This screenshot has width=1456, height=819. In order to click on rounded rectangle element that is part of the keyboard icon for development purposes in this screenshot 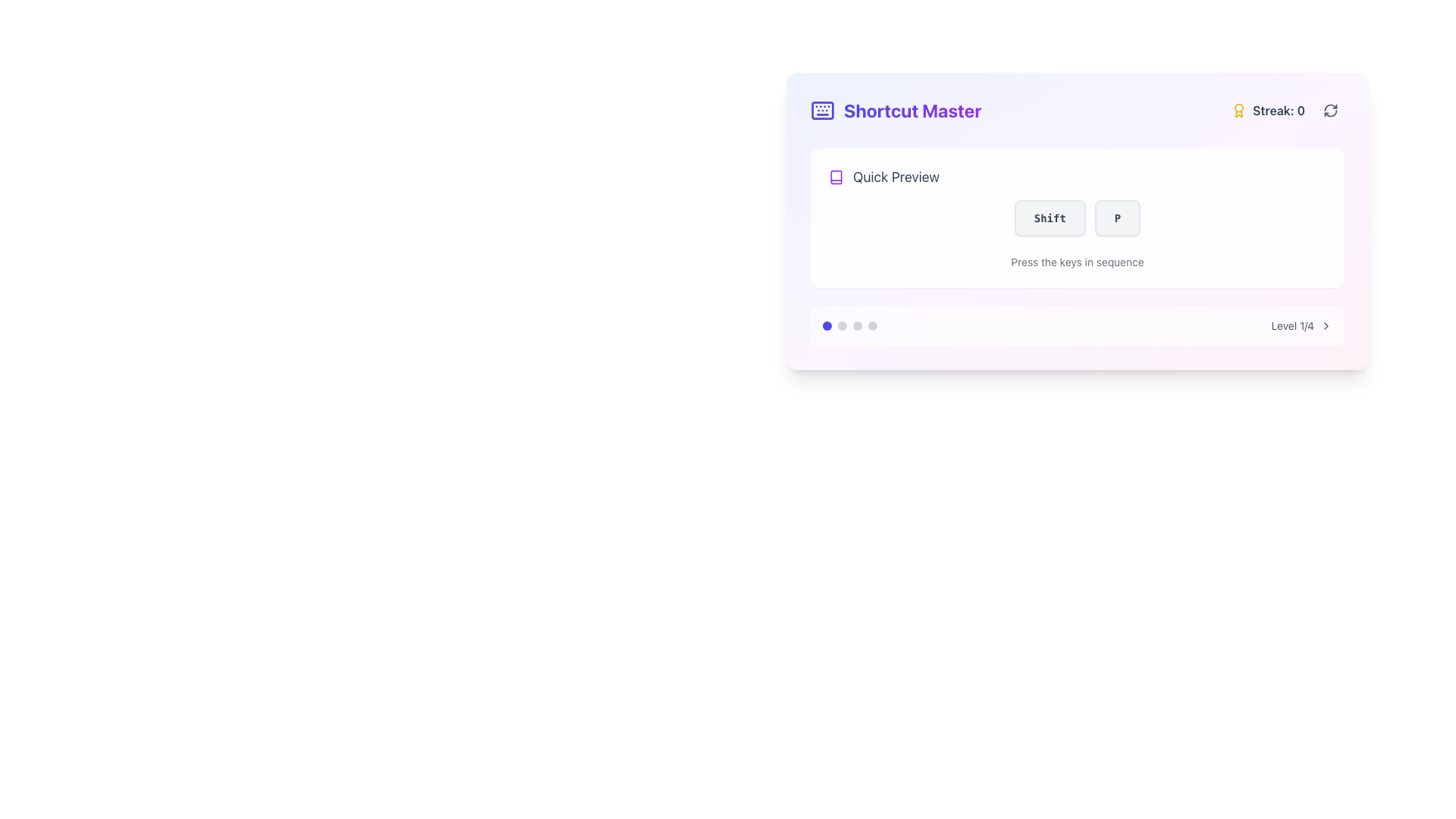, I will do `click(821, 110)`.